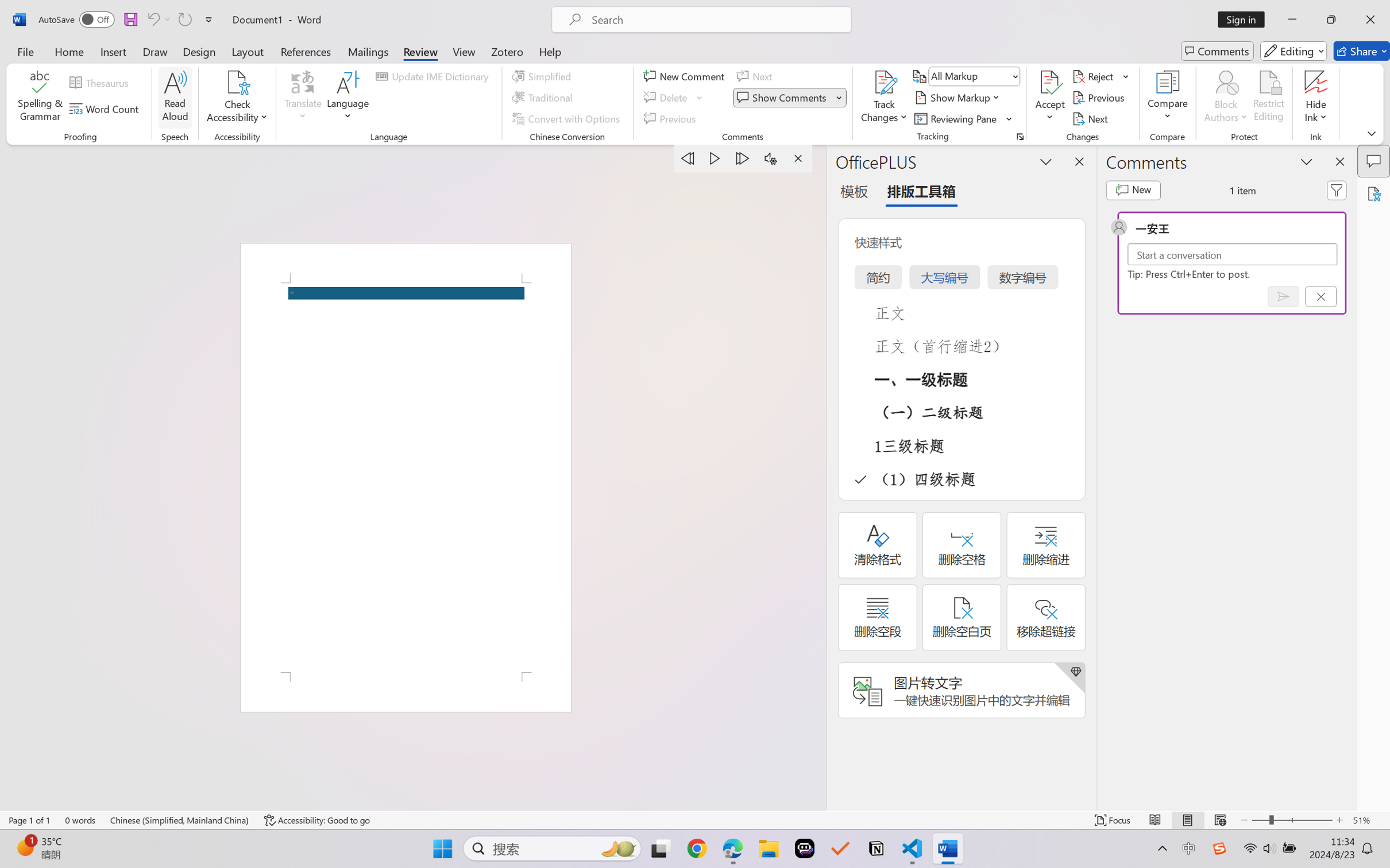 The image size is (1390, 868). I want to click on 'Undo Apply Quick Style Set', so click(152, 19).